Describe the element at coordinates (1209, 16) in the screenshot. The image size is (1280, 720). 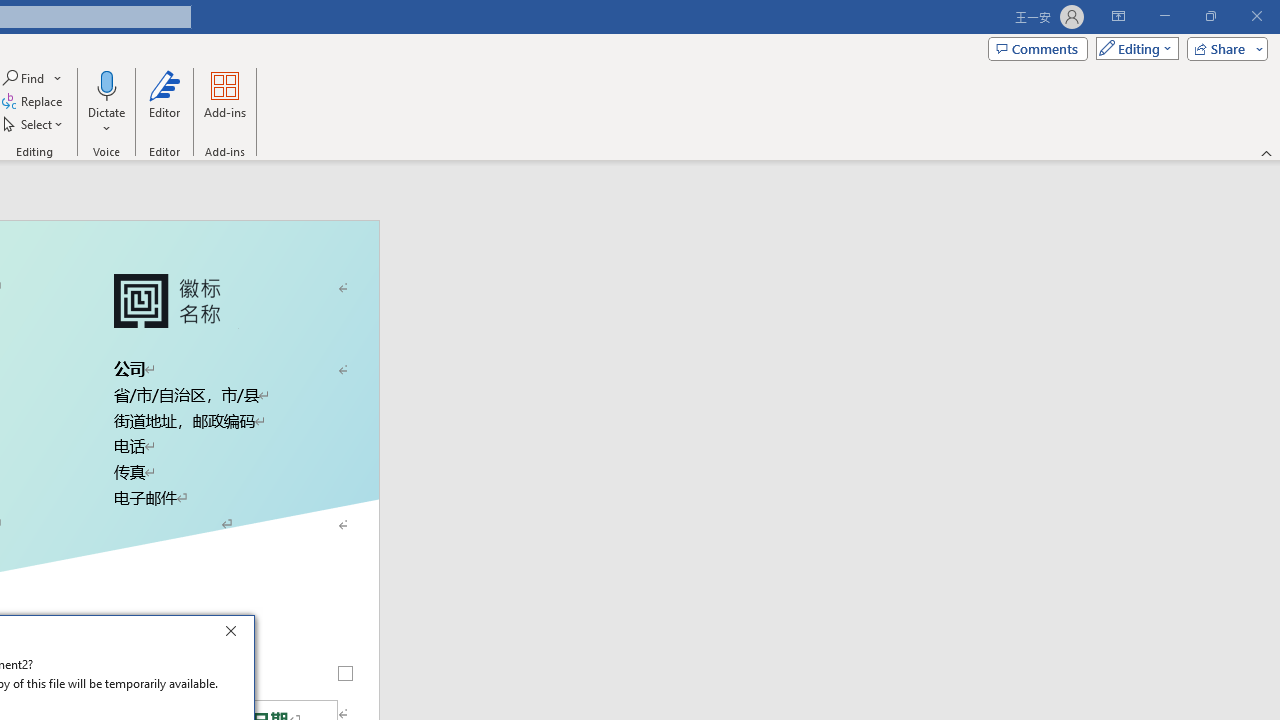
I see `'Restore Down'` at that location.